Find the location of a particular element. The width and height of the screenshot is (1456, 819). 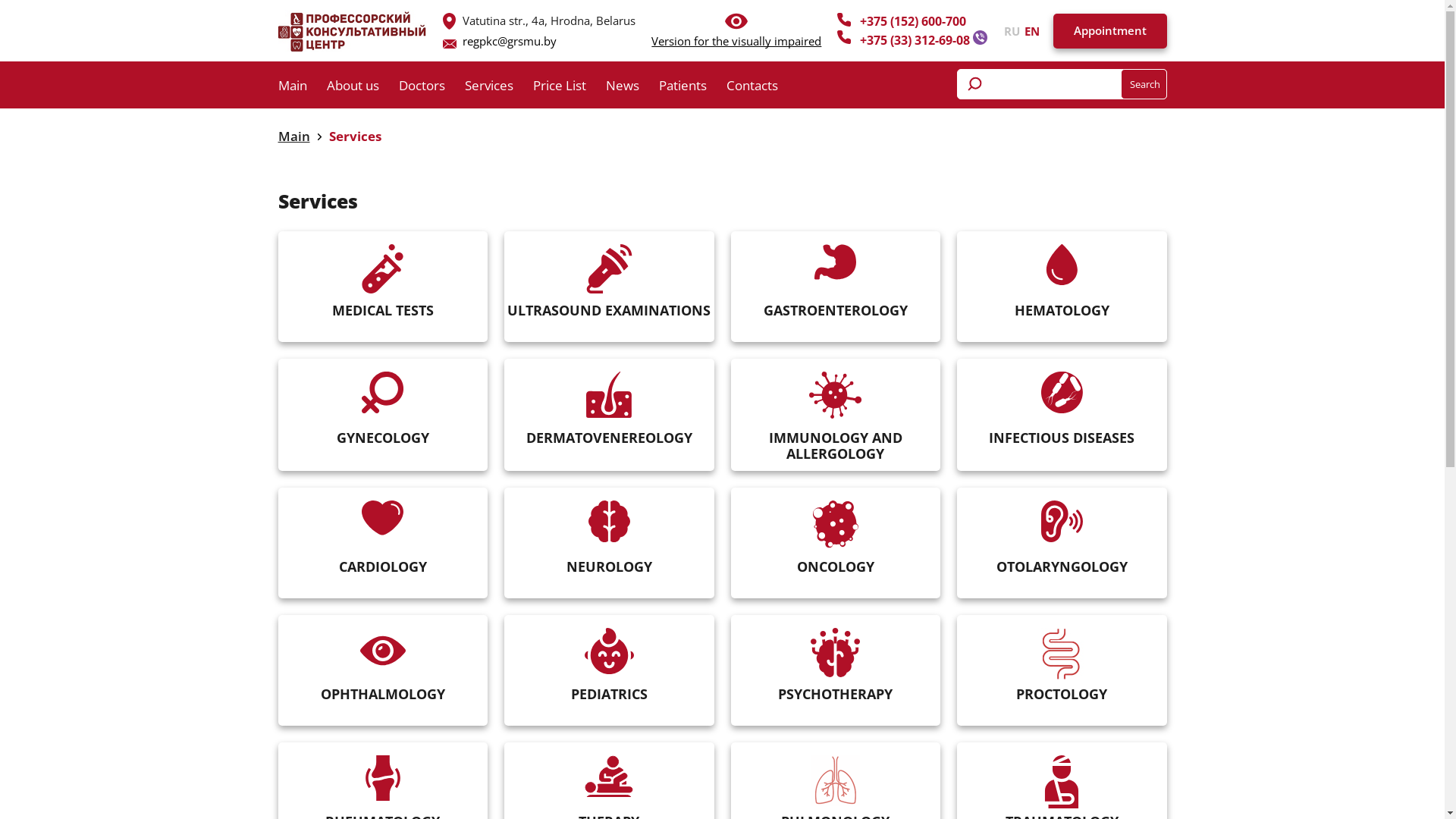

'Traumatology' is located at coordinates (1061, 781).